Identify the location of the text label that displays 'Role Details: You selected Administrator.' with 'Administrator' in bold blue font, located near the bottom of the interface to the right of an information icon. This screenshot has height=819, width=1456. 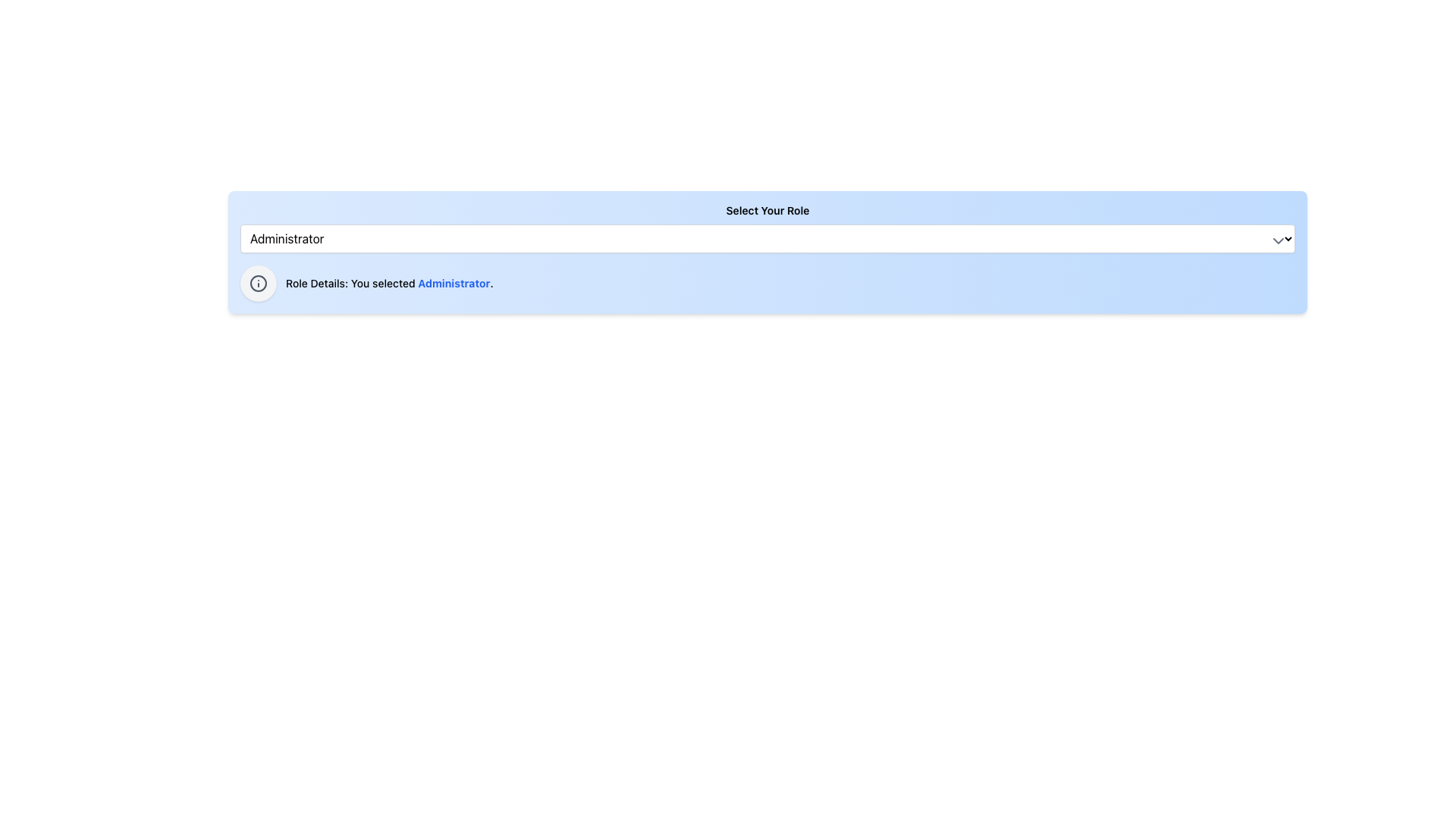
(389, 284).